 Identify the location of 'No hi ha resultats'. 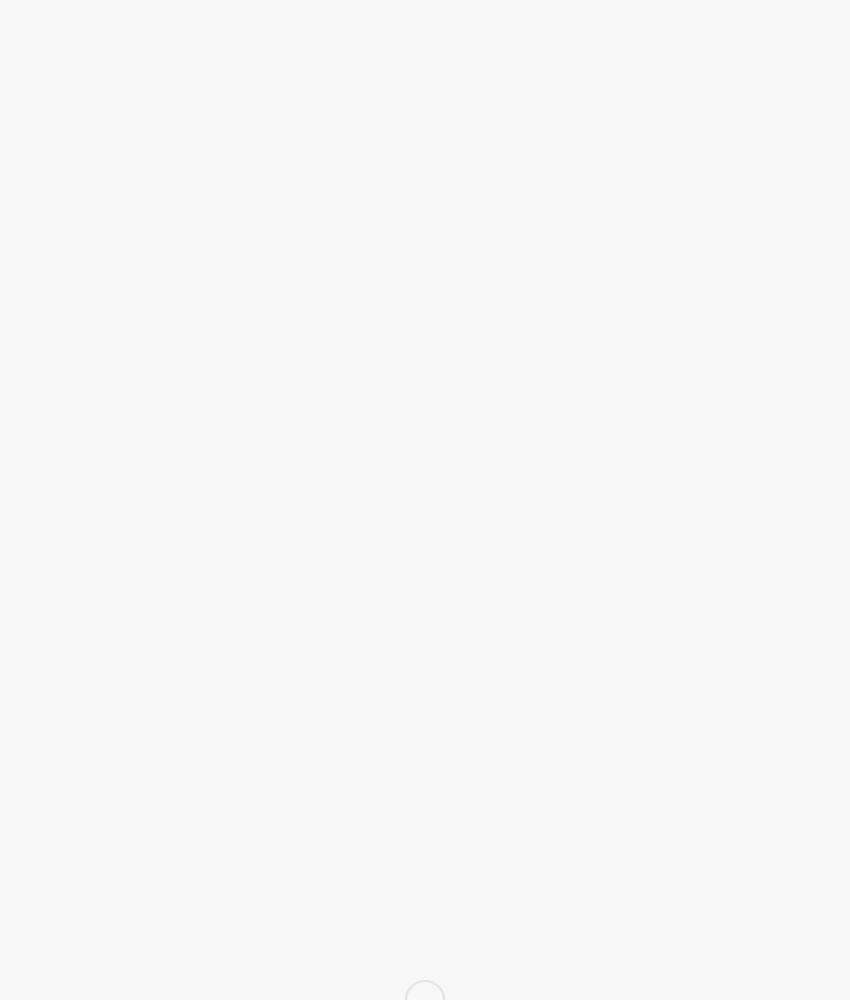
(146, 218).